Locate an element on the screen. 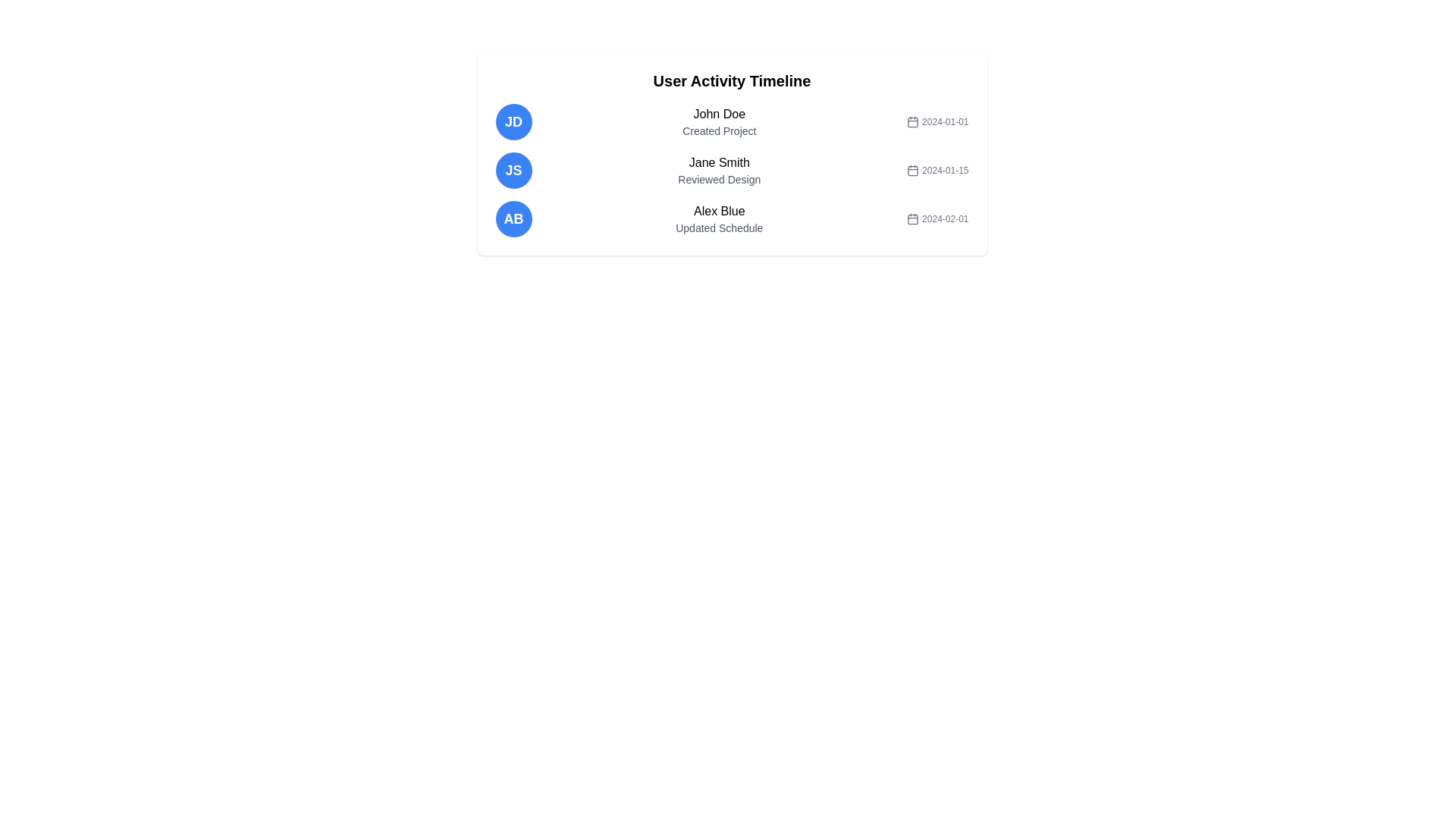 The image size is (1456, 819). the text label indicating the date '2024-02-01' for the 'Updated Schedule' activity of 'Alex Blue', located at the far right of the bottom-most row in the activity list is located at coordinates (937, 219).